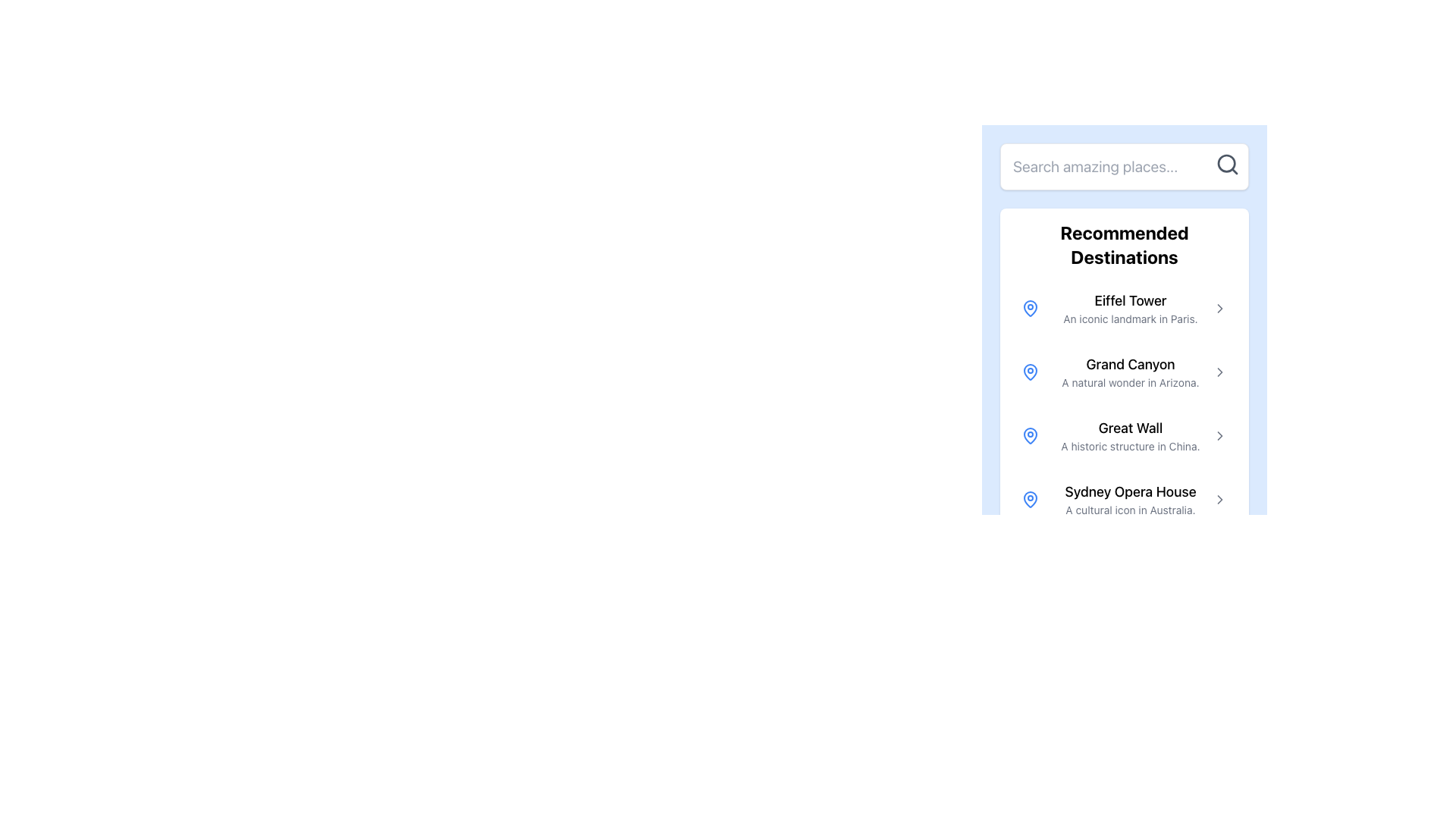 The width and height of the screenshot is (1456, 819). What do you see at coordinates (1219, 308) in the screenshot?
I see `the navigational icon related to the 'Eiffel Tower' listing` at bounding box center [1219, 308].